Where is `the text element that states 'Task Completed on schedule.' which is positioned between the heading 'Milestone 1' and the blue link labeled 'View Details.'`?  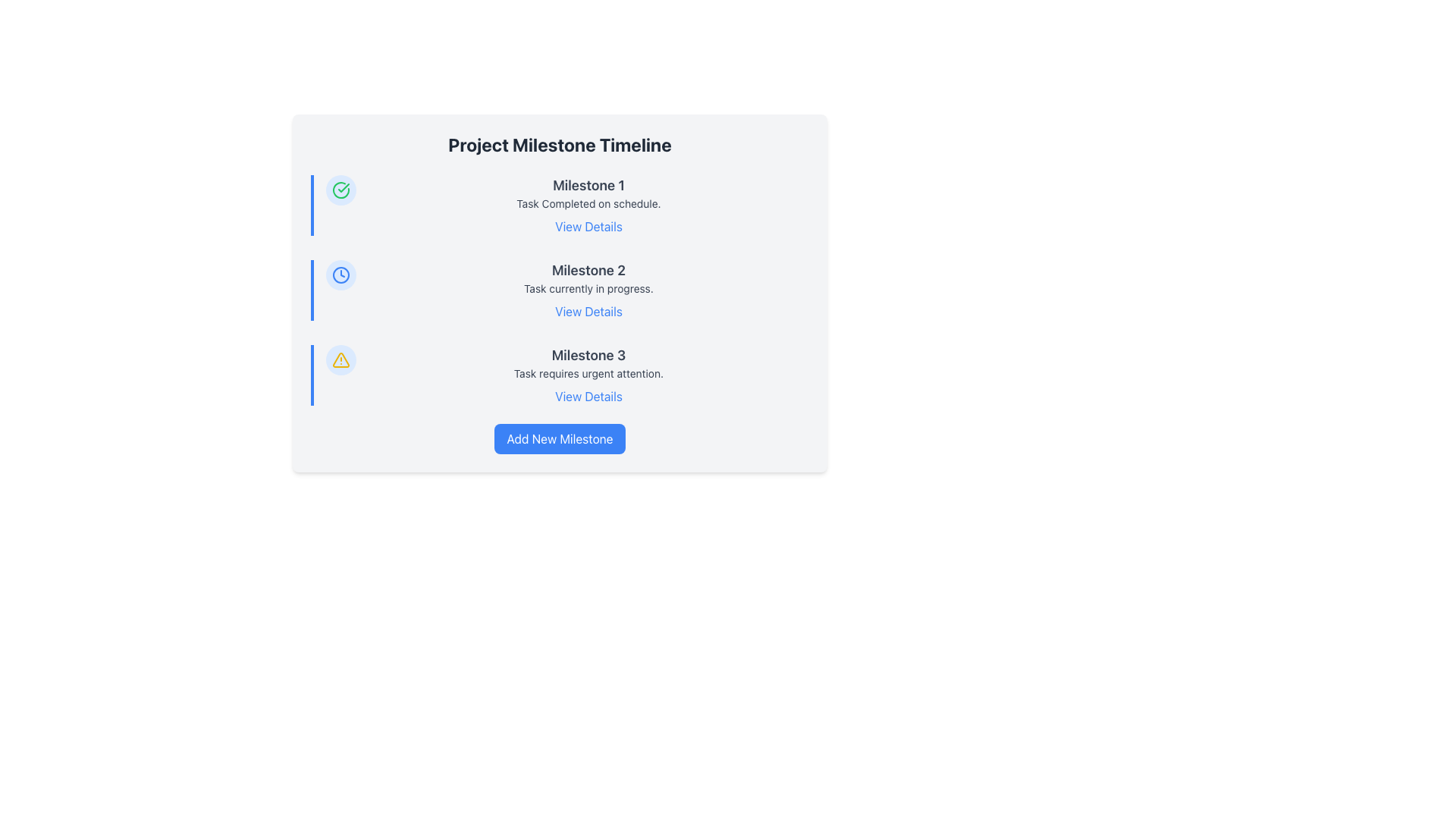
the text element that states 'Task Completed on schedule.' which is positioned between the heading 'Milestone 1' and the blue link labeled 'View Details.' is located at coordinates (588, 203).